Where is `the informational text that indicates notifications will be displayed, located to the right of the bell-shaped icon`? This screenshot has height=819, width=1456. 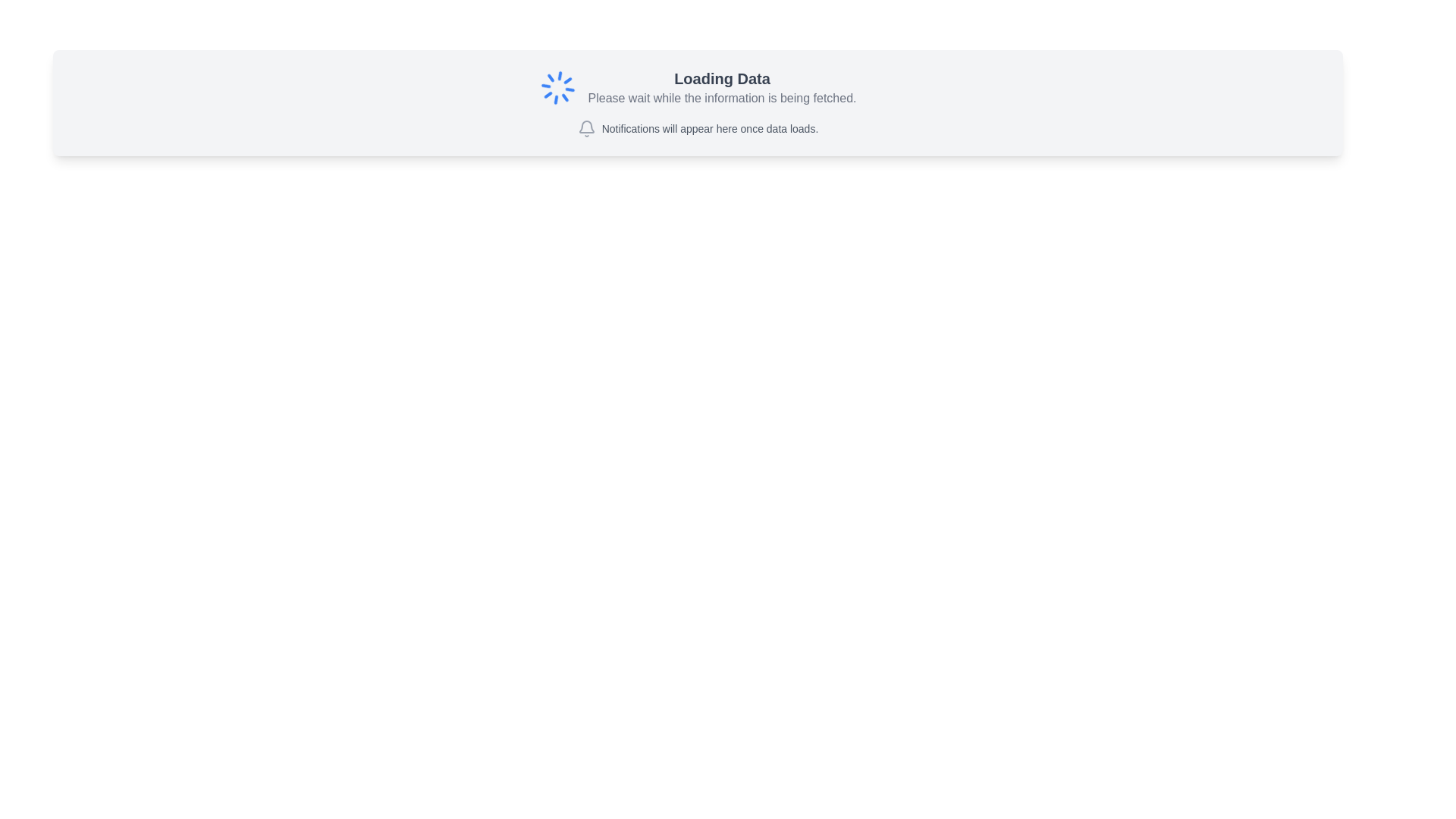
the informational text that indicates notifications will be displayed, located to the right of the bell-shaped icon is located at coordinates (709, 127).